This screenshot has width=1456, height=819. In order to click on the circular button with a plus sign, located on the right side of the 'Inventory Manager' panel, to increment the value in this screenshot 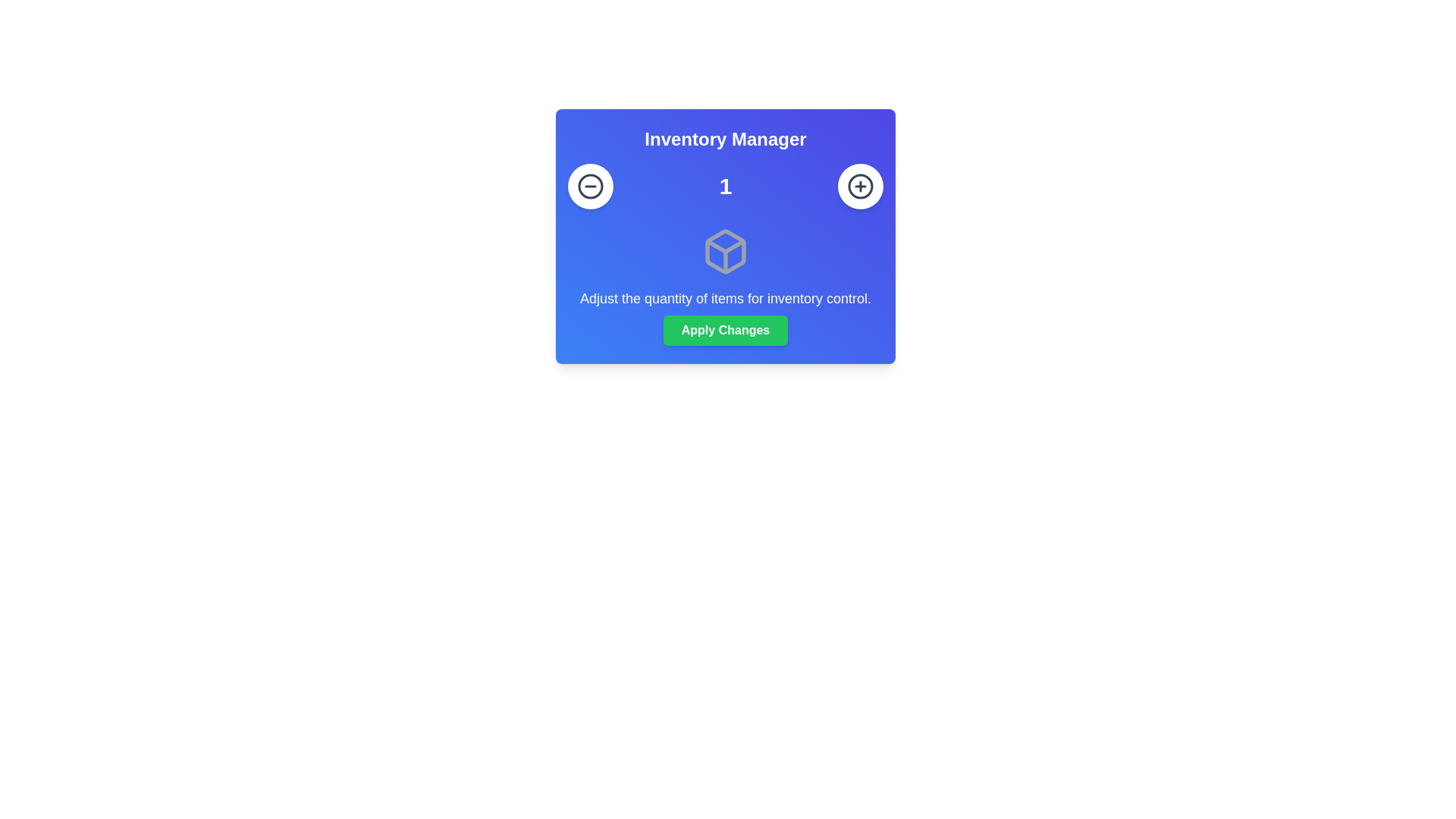, I will do `click(860, 186)`.